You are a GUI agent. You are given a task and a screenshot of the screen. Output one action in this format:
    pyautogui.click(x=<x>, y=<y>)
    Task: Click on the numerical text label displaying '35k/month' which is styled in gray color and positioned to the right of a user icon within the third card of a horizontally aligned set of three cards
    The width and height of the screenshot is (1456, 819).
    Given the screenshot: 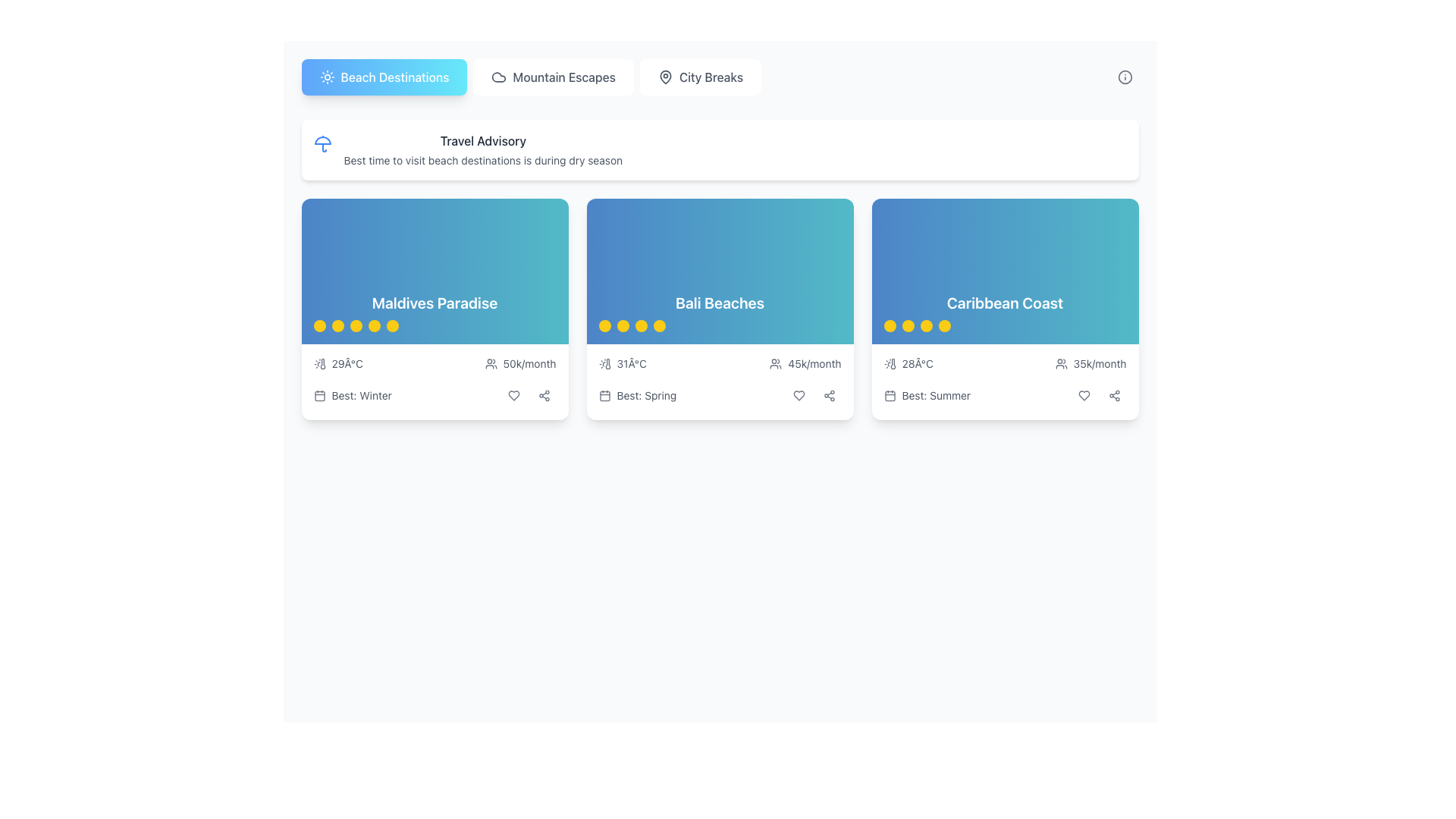 What is the action you would take?
    pyautogui.click(x=1100, y=363)
    